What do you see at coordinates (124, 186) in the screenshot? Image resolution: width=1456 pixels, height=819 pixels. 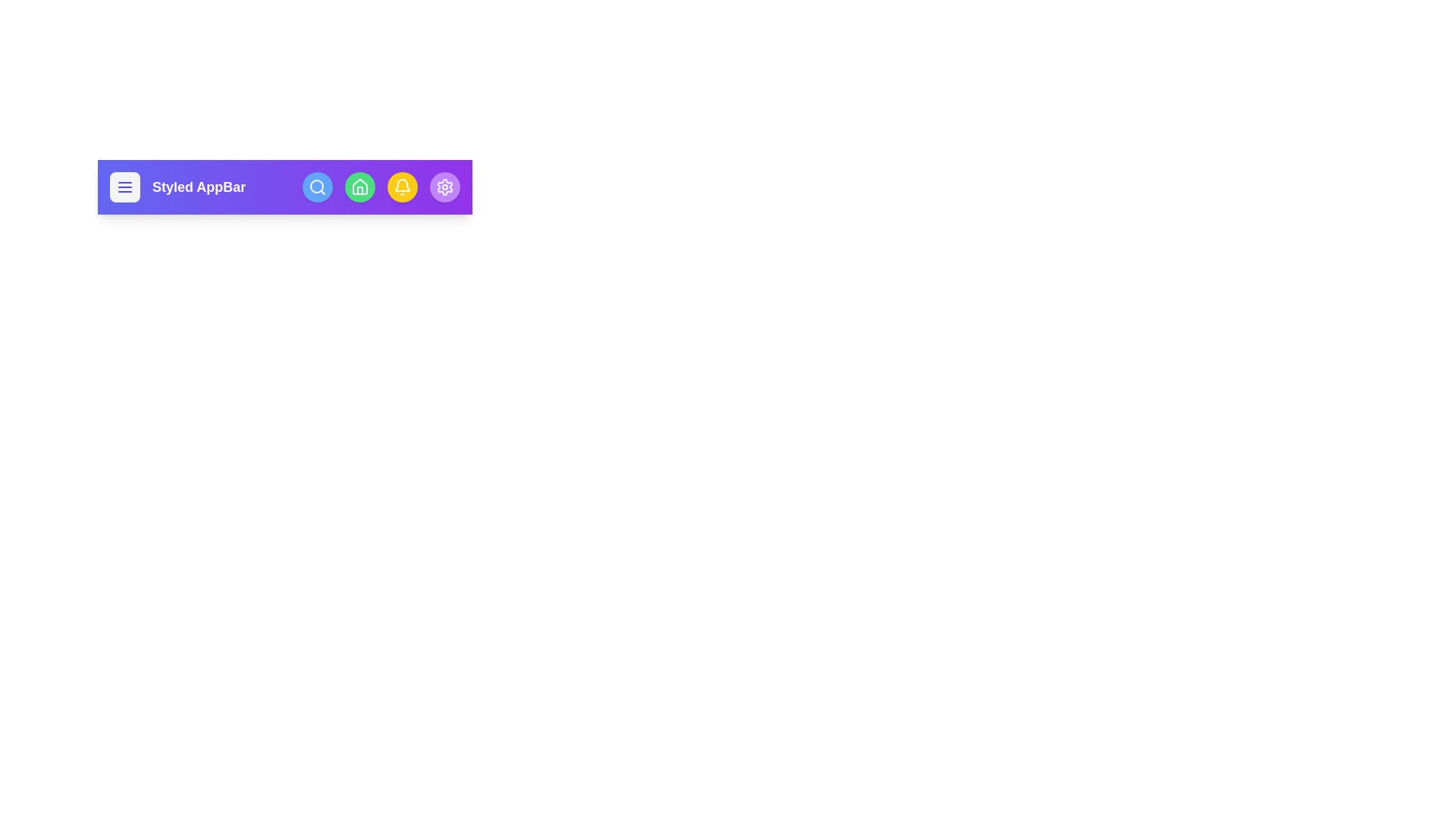 I see `the icon menu to observe its hover effect` at bounding box center [124, 186].